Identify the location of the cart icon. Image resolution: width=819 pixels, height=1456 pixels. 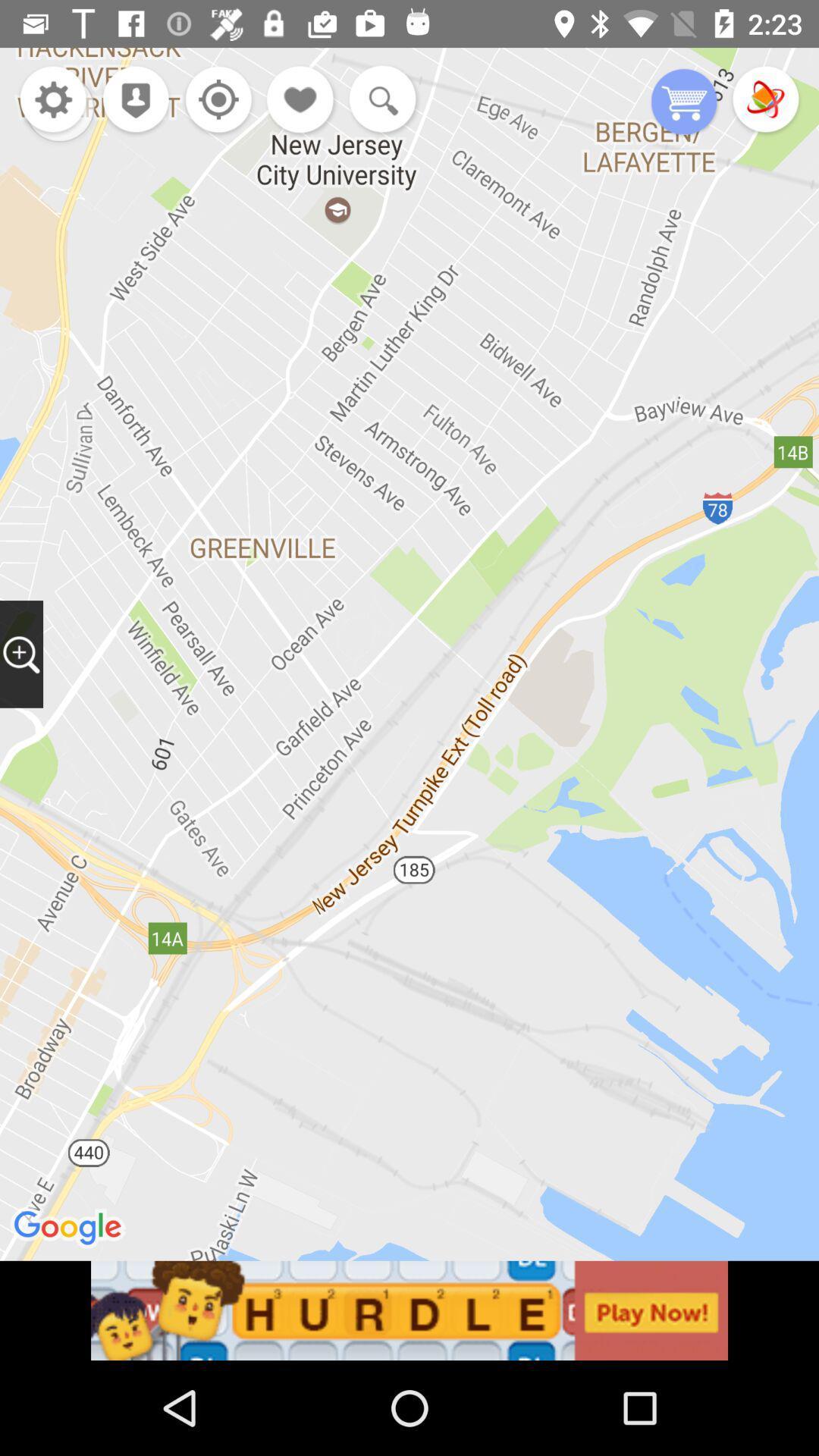
(684, 102).